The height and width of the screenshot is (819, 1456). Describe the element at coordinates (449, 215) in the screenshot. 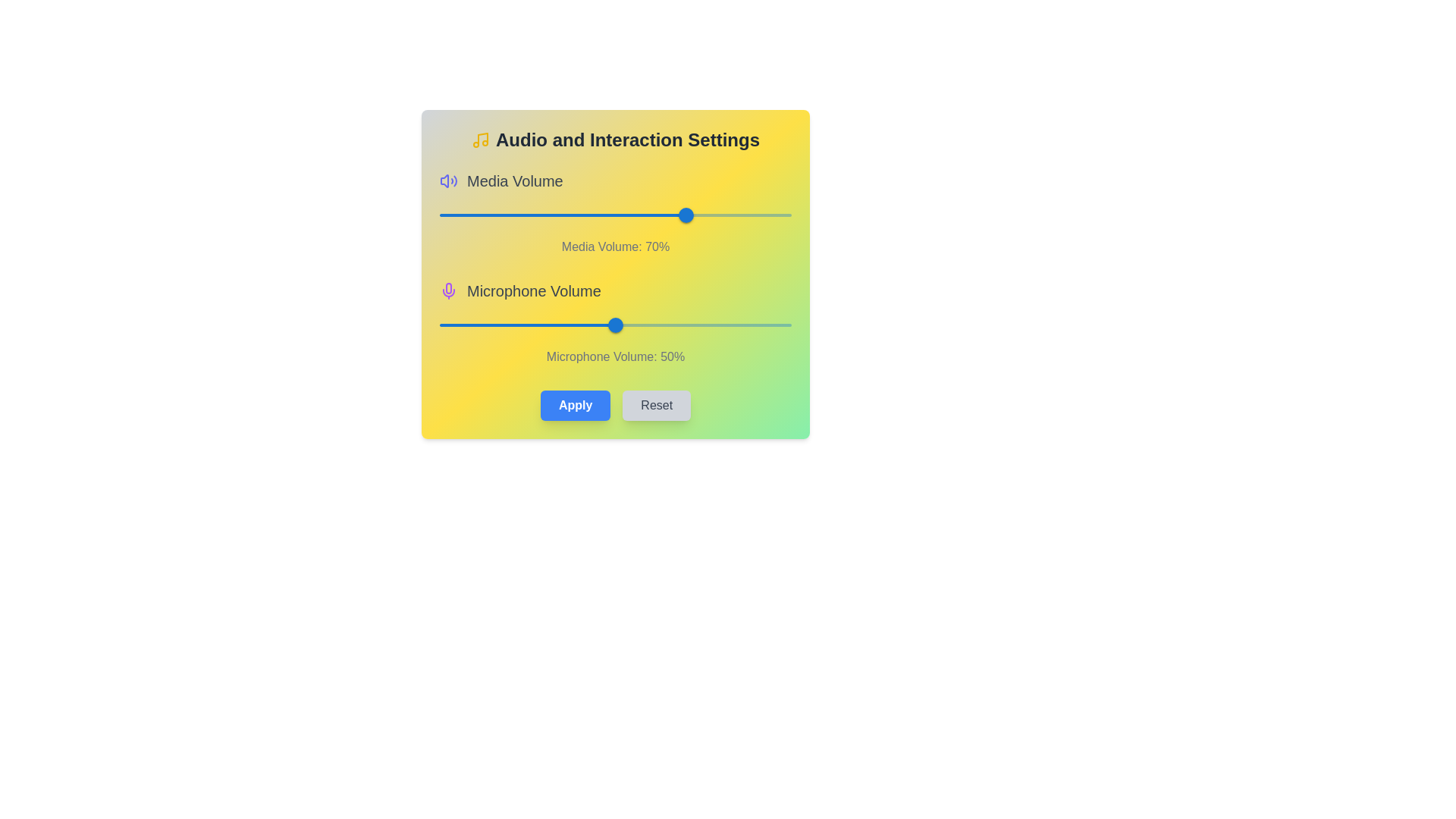

I see `the slider value` at that location.